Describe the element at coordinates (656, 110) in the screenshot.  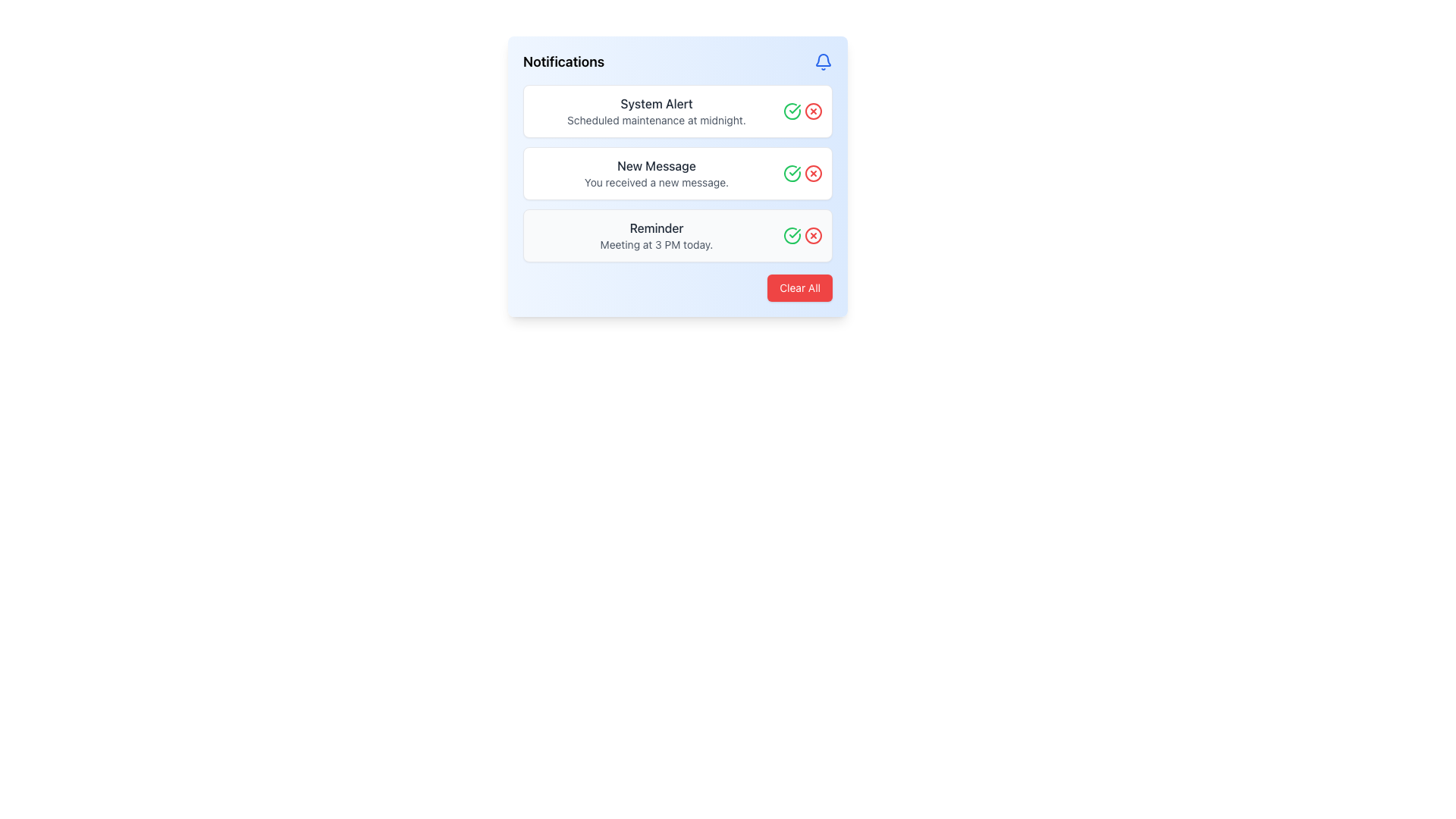
I see `the first notification entry in the vertical list of notifications within the notification panel that notifies the user about a scheduled maintenance event occurring at midnight` at that location.